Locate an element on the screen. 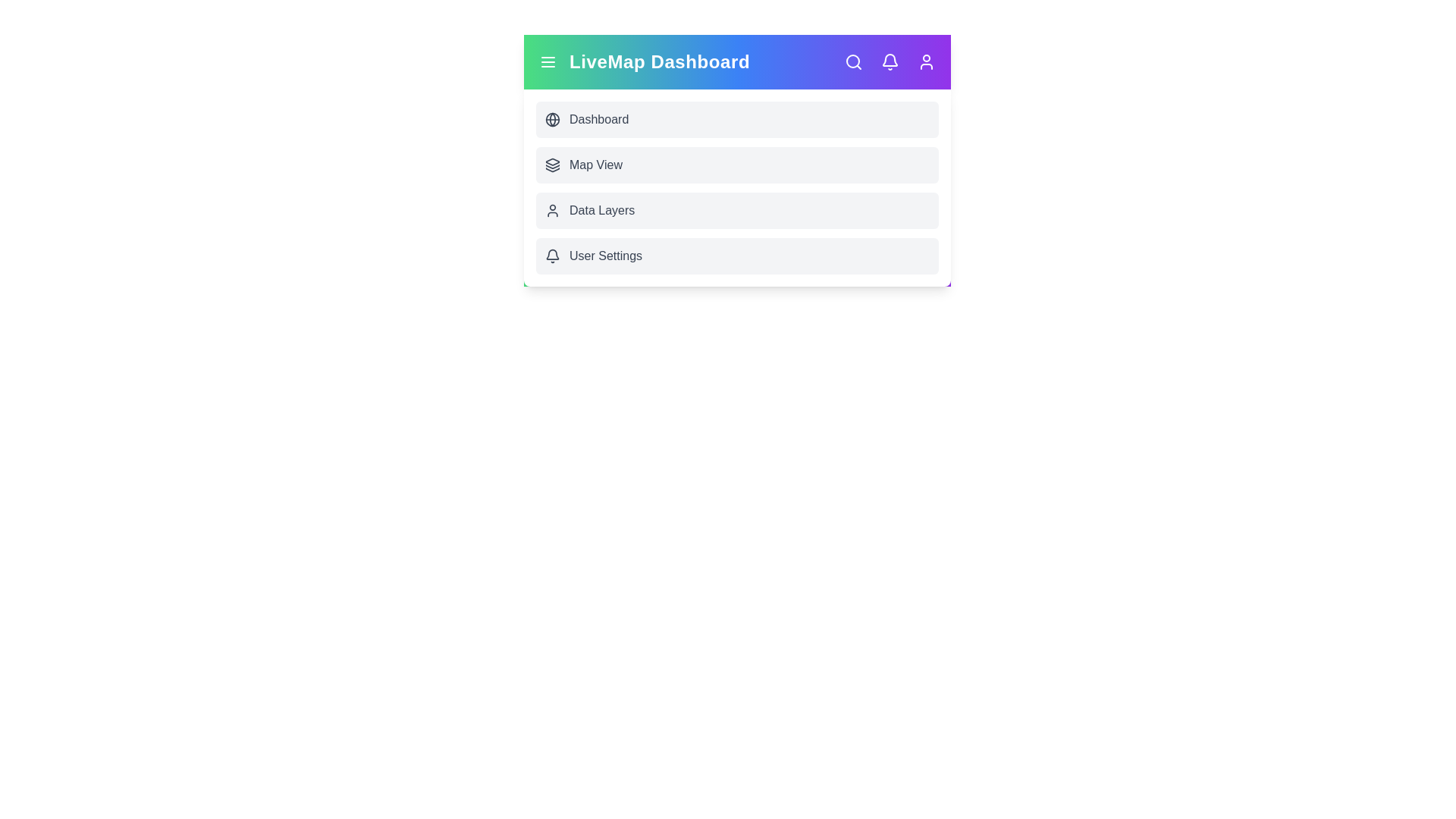 This screenshot has width=1456, height=819. the menu option Dashboard to navigate is located at coordinates (737, 119).